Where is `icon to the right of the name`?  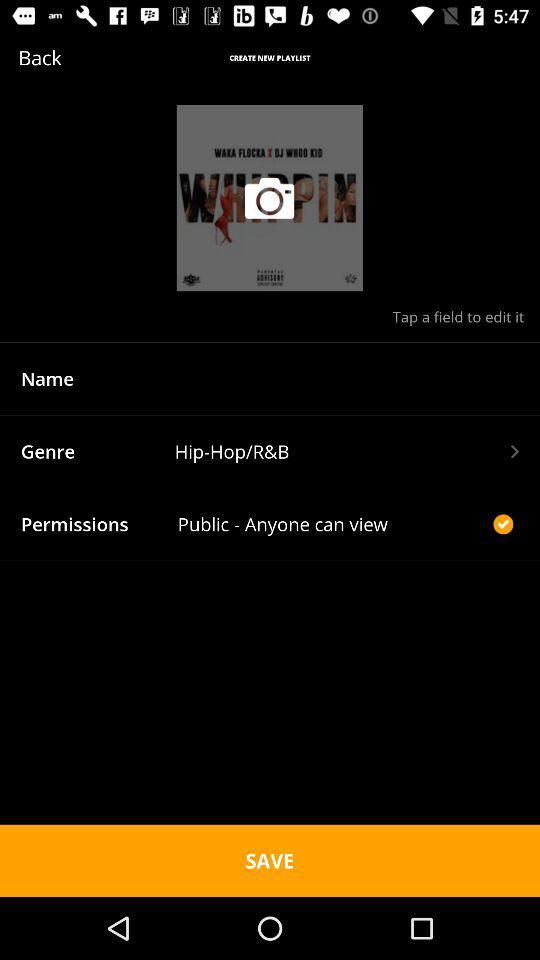 icon to the right of the name is located at coordinates (345, 377).